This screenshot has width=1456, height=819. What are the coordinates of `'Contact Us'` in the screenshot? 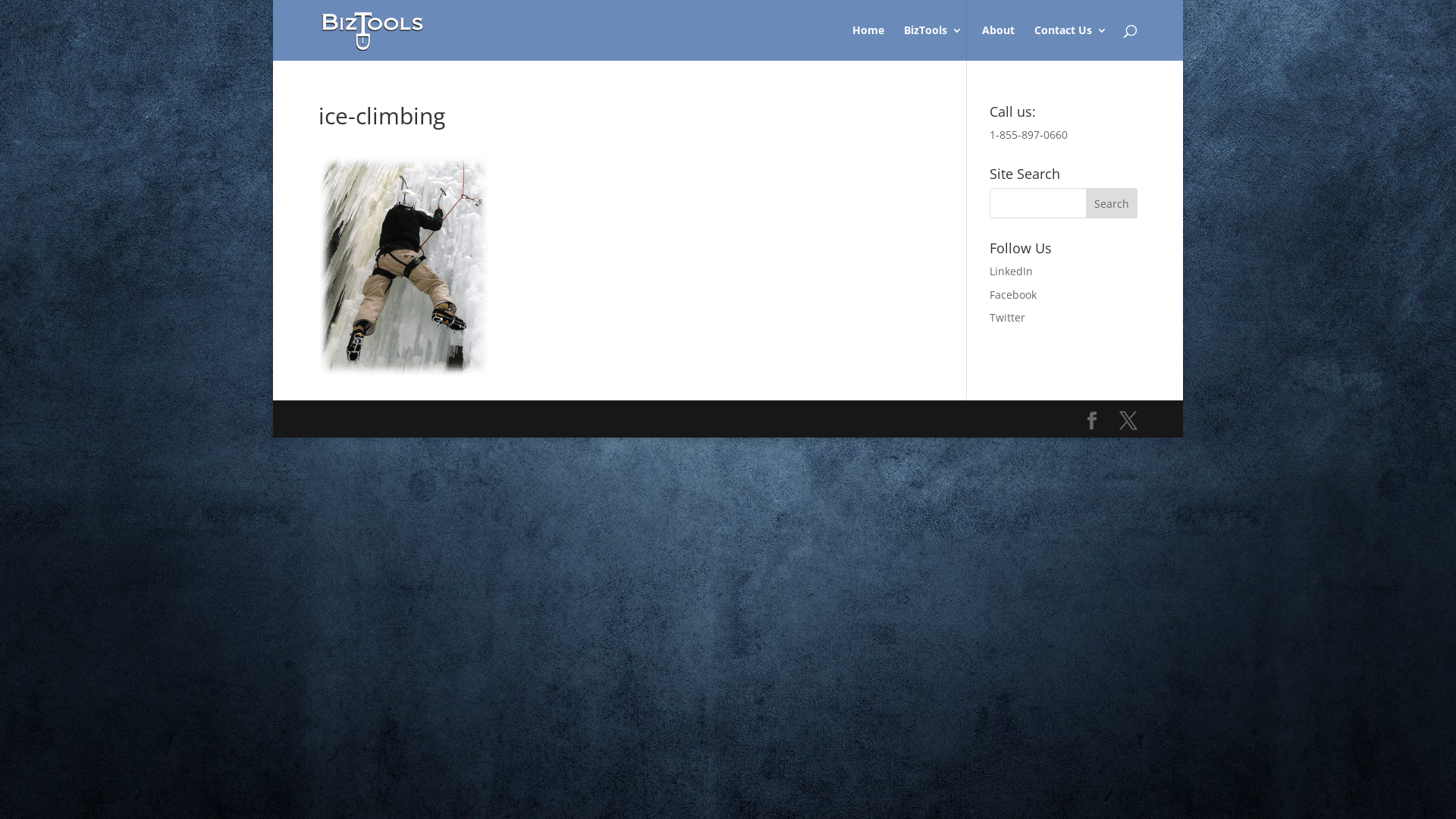 It's located at (1069, 42).